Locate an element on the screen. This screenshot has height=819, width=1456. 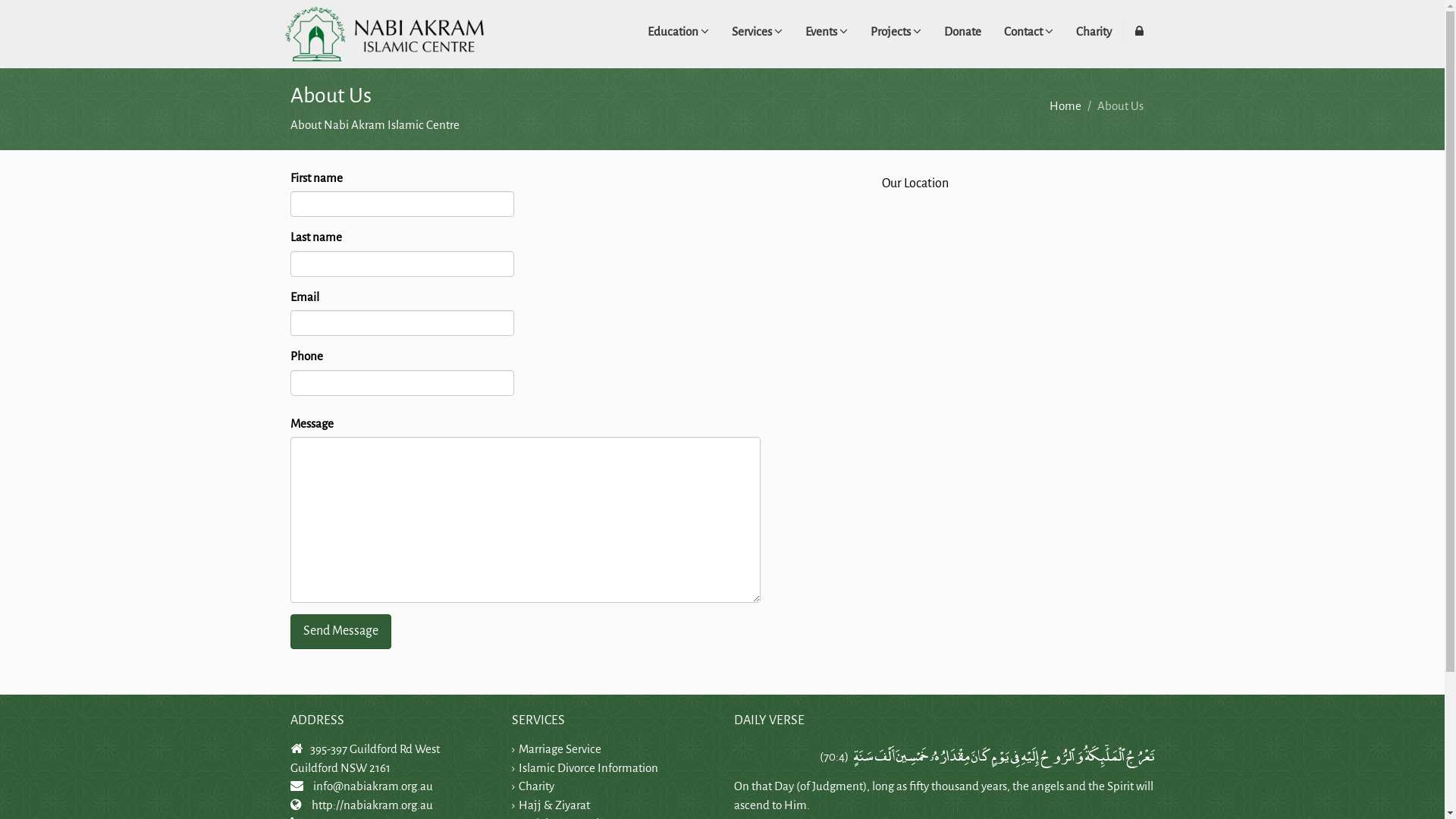
'Send Message' is located at coordinates (339, 632).